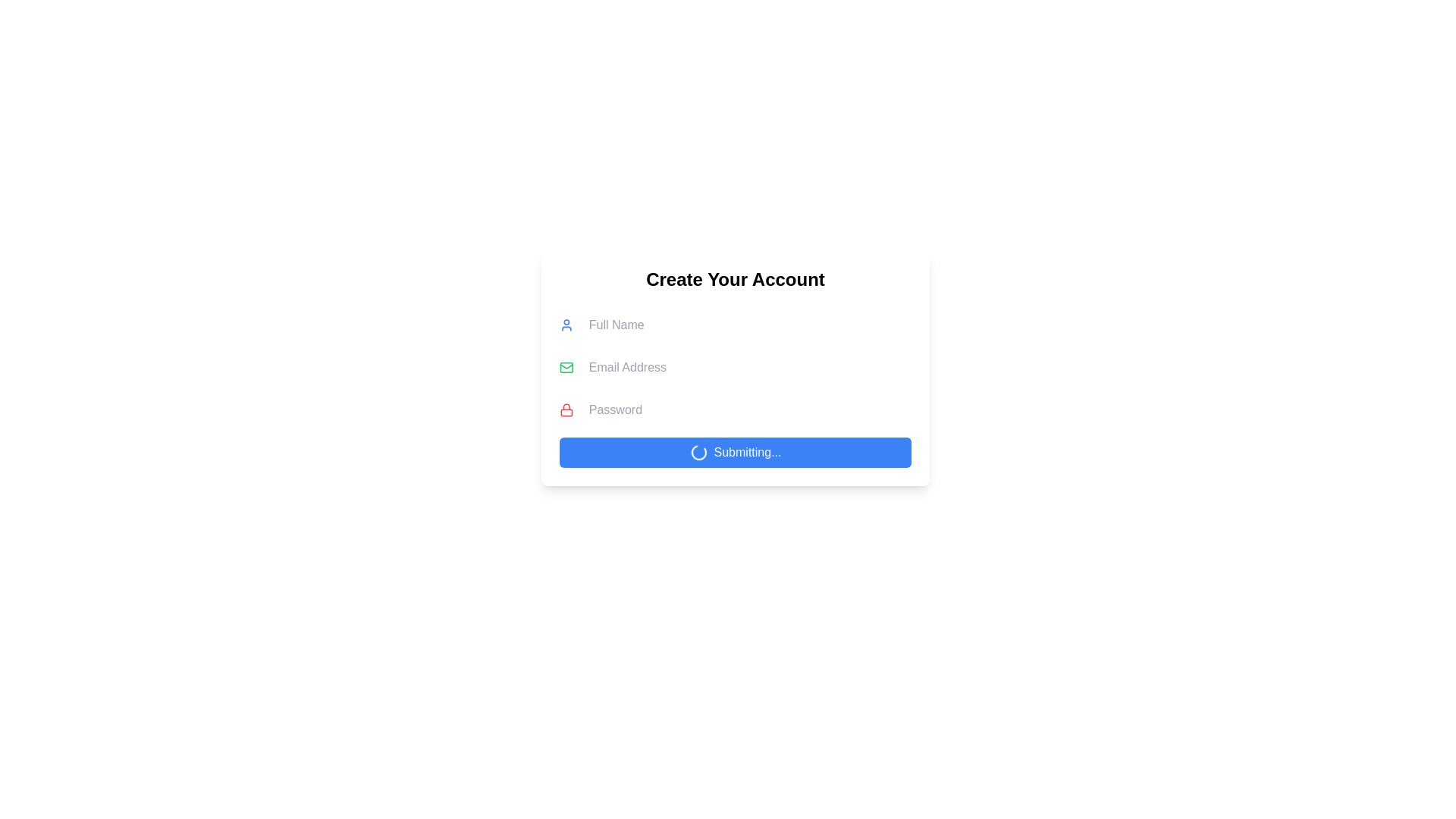 This screenshot has height=819, width=1456. I want to click on the lock icon by clicking on the bottom rectangle that visually represents the body of the lock, located to the left of the 'Password' text field in the user sign-up form, so click(566, 413).